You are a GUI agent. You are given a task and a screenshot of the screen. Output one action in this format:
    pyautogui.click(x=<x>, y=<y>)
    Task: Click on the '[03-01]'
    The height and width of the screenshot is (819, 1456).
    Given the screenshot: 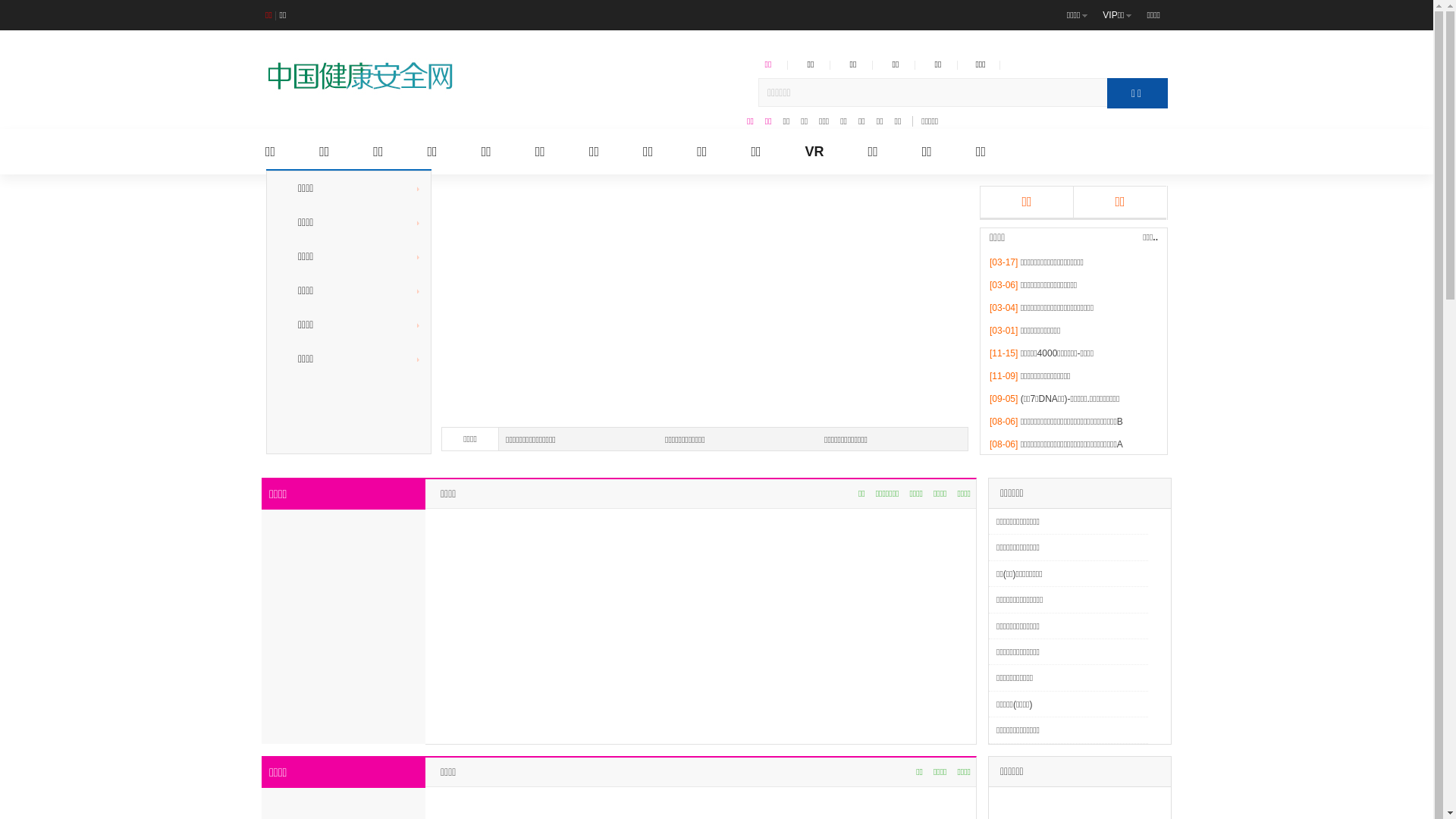 What is the action you would take?
    pyautogui.click(x=1003, y=329)
    